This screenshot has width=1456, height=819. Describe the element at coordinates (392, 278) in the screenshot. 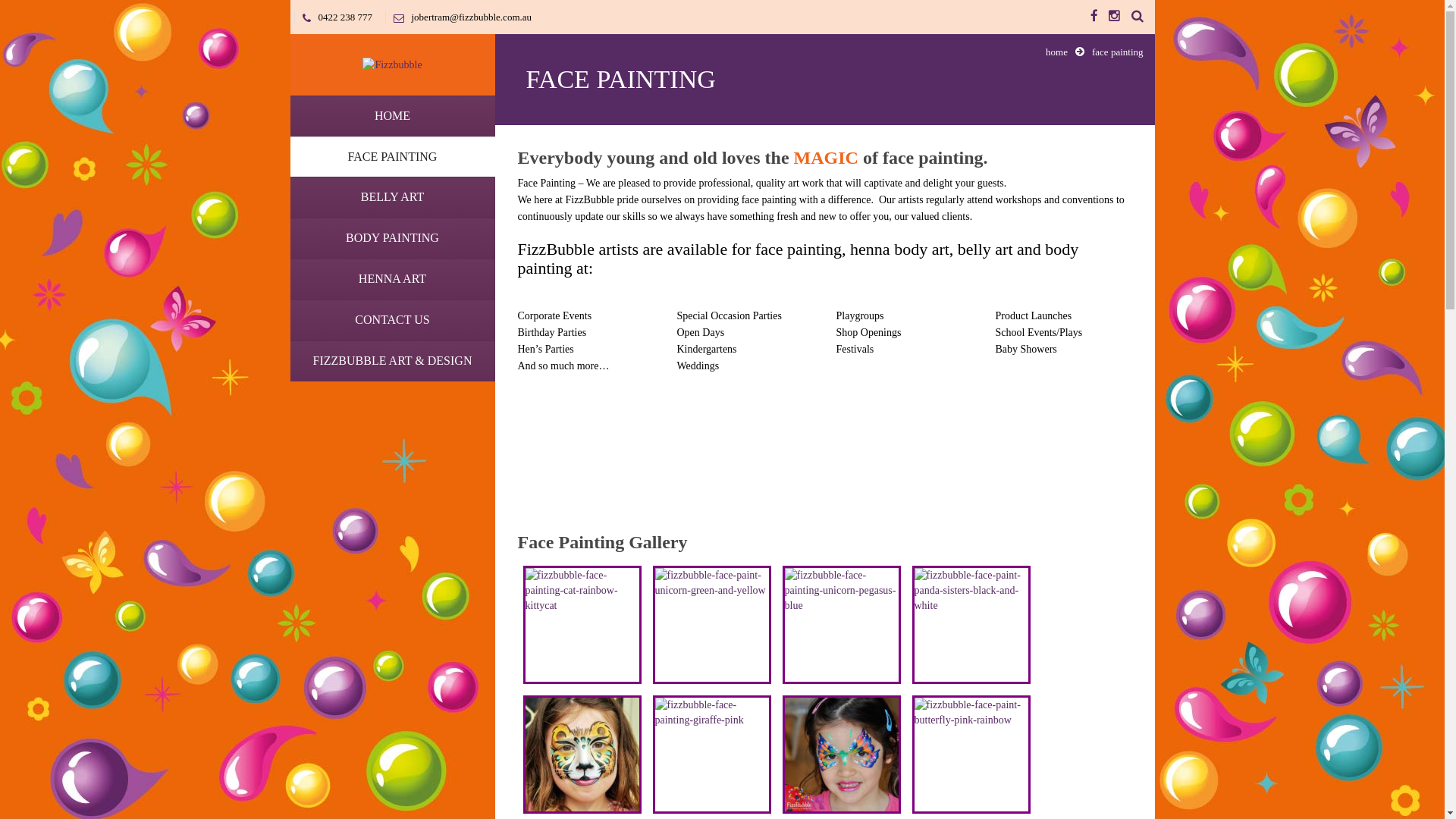

I see `'HENNA ART'` at that location.